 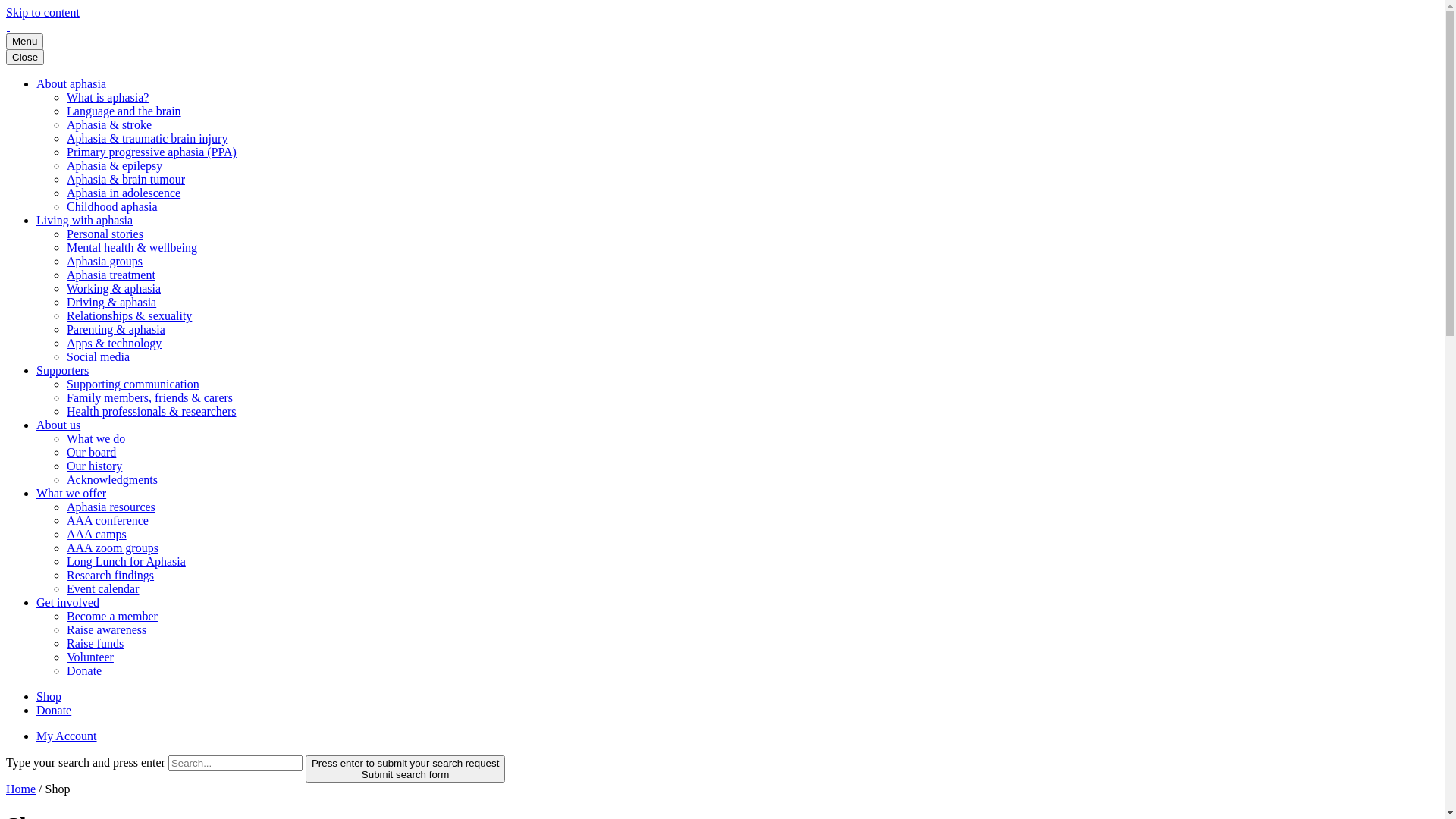 What do you see at coordinates (124, 192) in the screenshot?
I see `'Aphasia in adolescence'` at bounding box center [124, 192].